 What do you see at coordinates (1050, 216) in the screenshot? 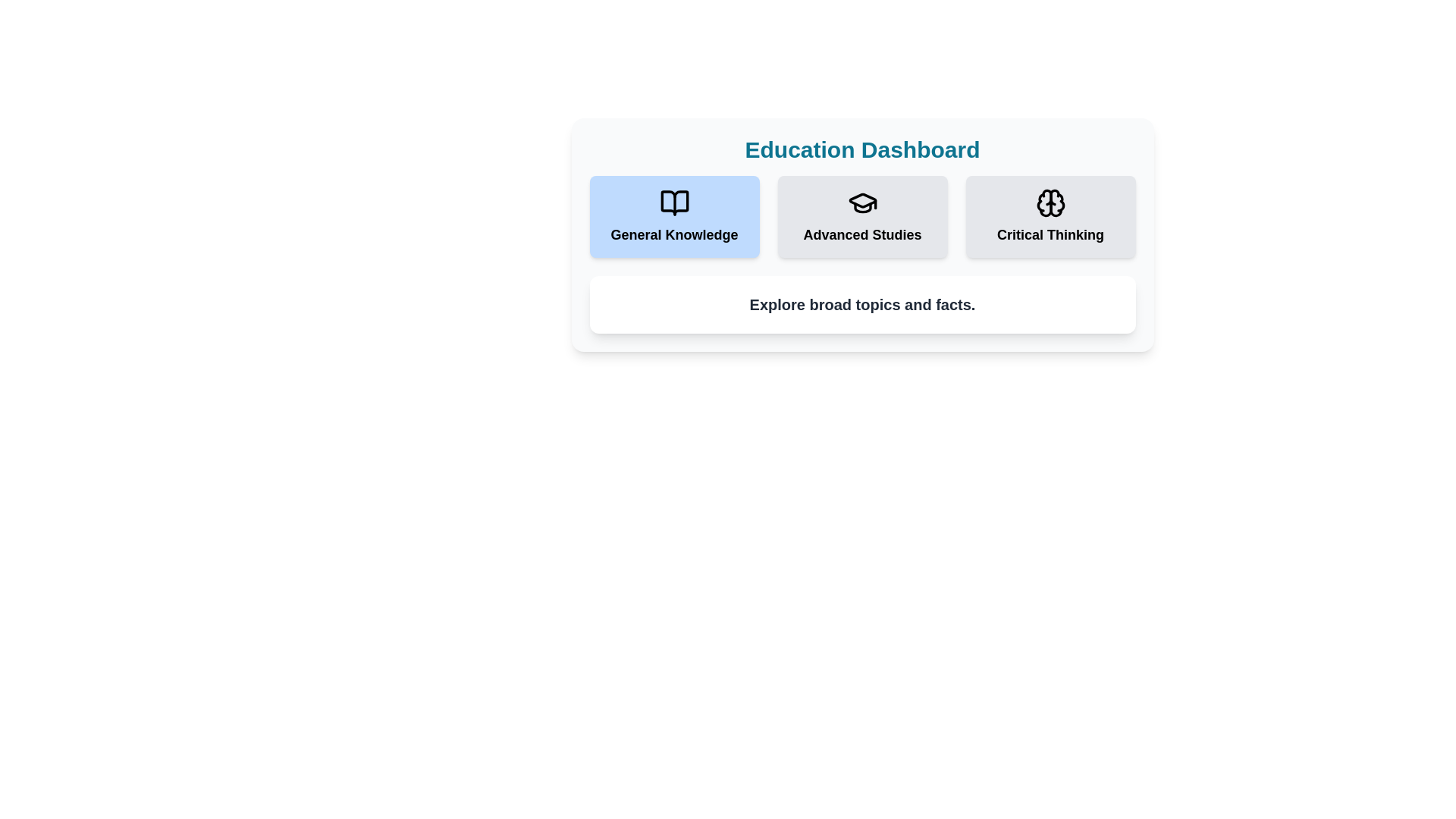
I see `the category Critical Thinking by clicking its corresponding button` at bounding box center [1050, 216].